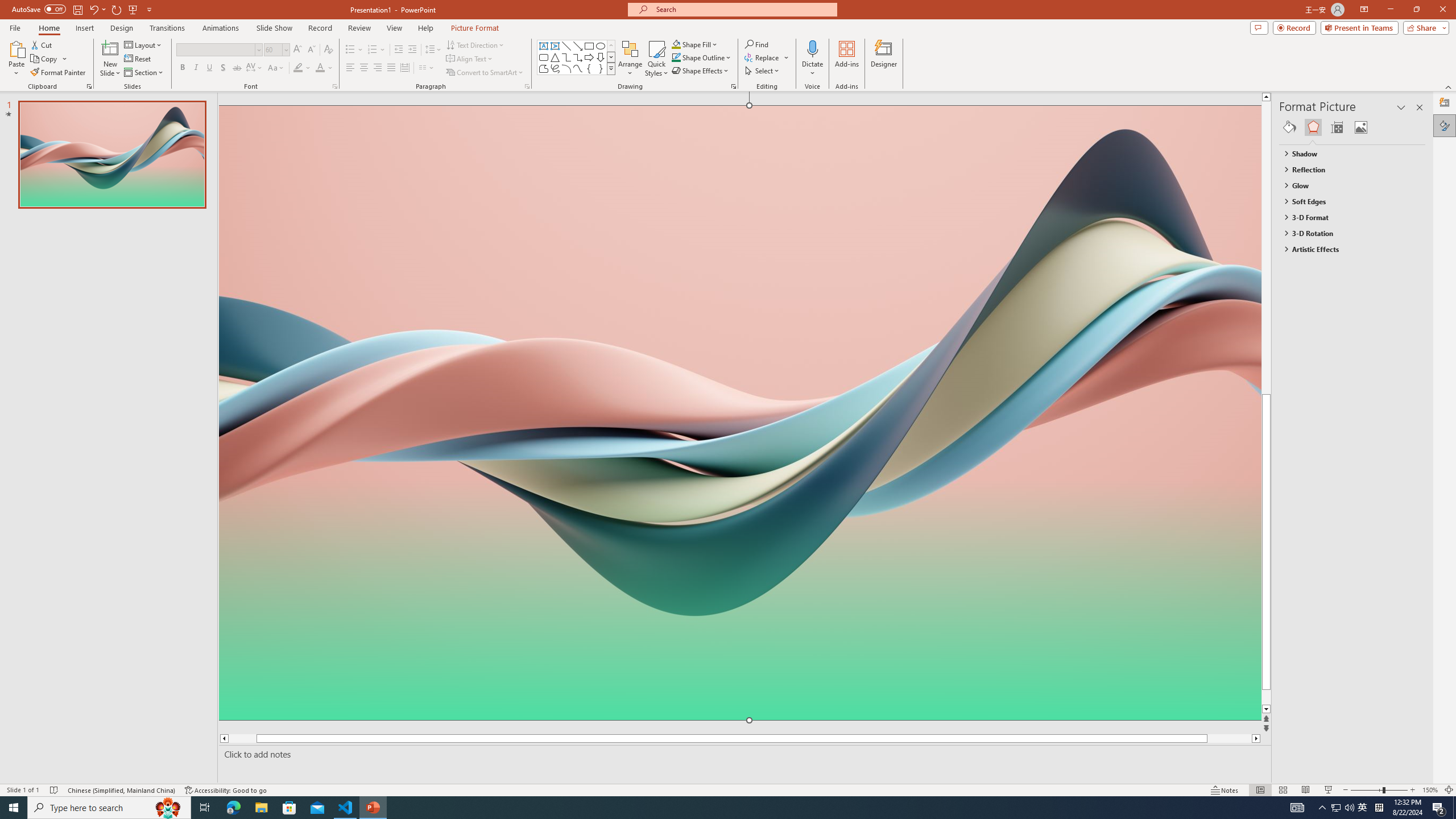 Image resolution: width=1456 pixels, height=819 pixels. What do you see at coordinates (1305, 790) in the screenshot?
I see `'Reading View'` at bounding box center [1305, 790].